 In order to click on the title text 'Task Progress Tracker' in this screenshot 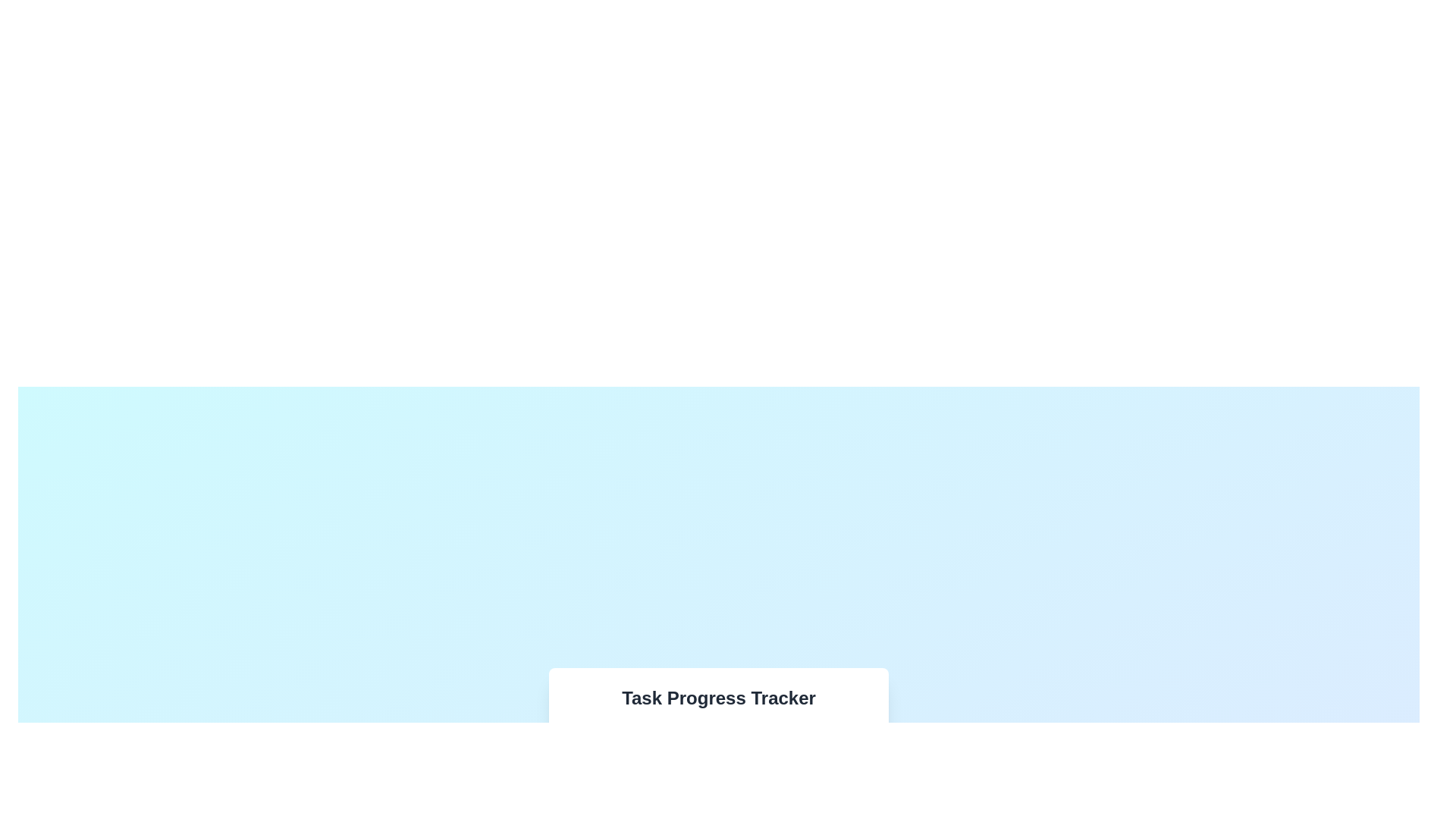, I will do `click(718, 698)`.